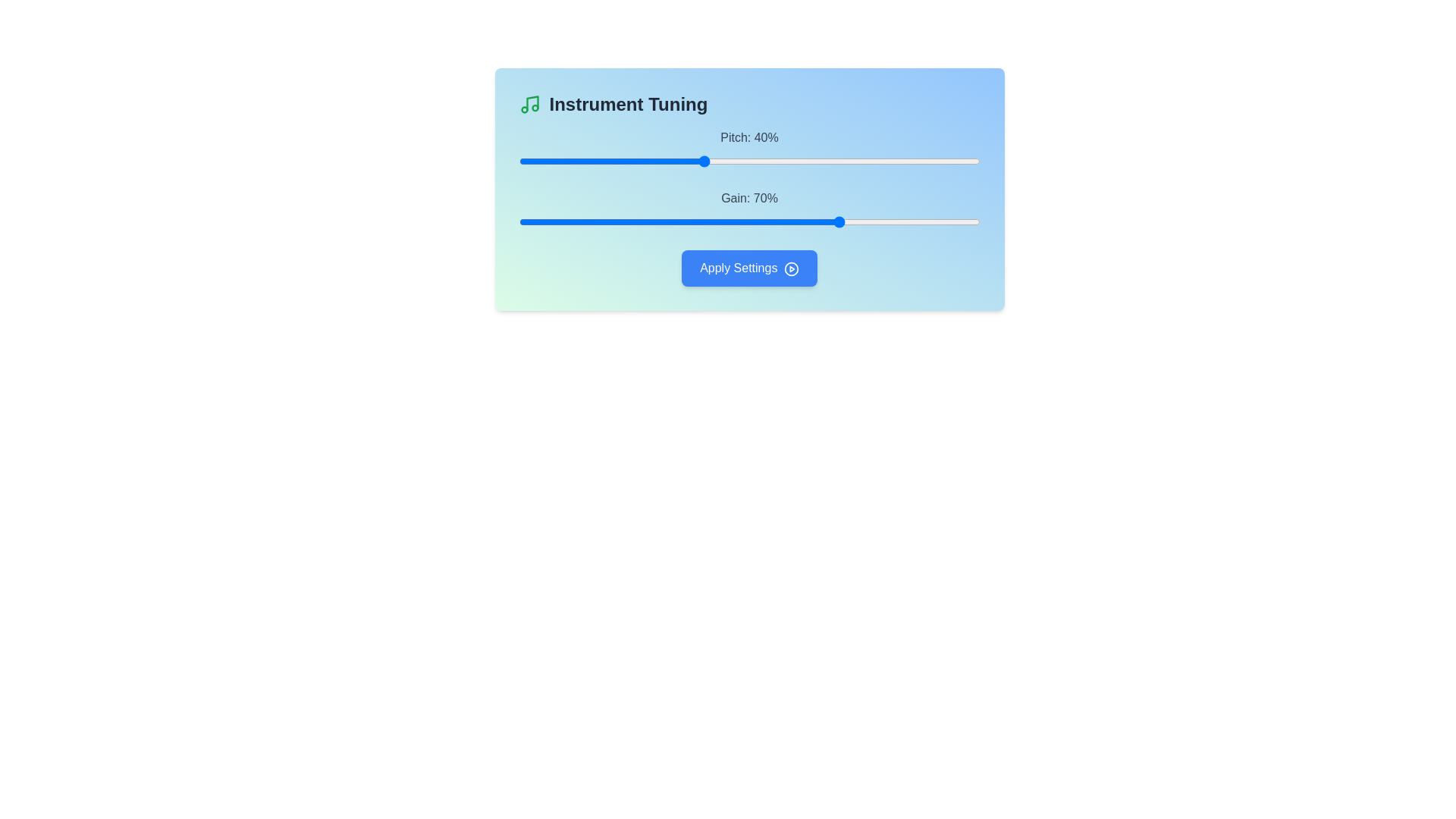  What do you see at coordinates (569, 161) in the screenshot?
I see `the pitch slider to set its value to 11` at bounding box center [569, 161].